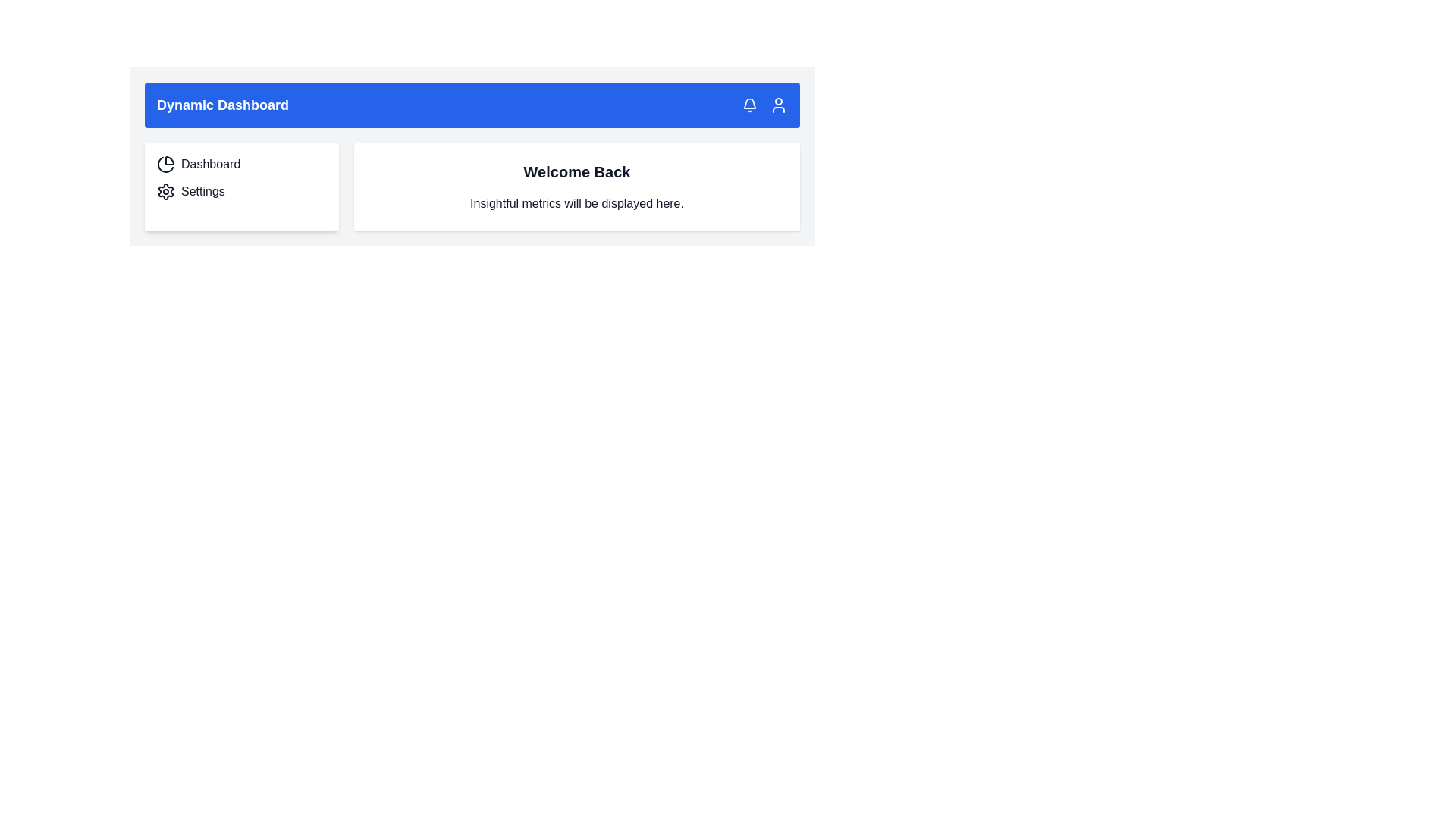 The height and width of the screenshot is (819, 1456). Describe the element at coordinates (779, 104) in the screenshot. I see `the user profile button located at the top-right corner of the interface` at that location.